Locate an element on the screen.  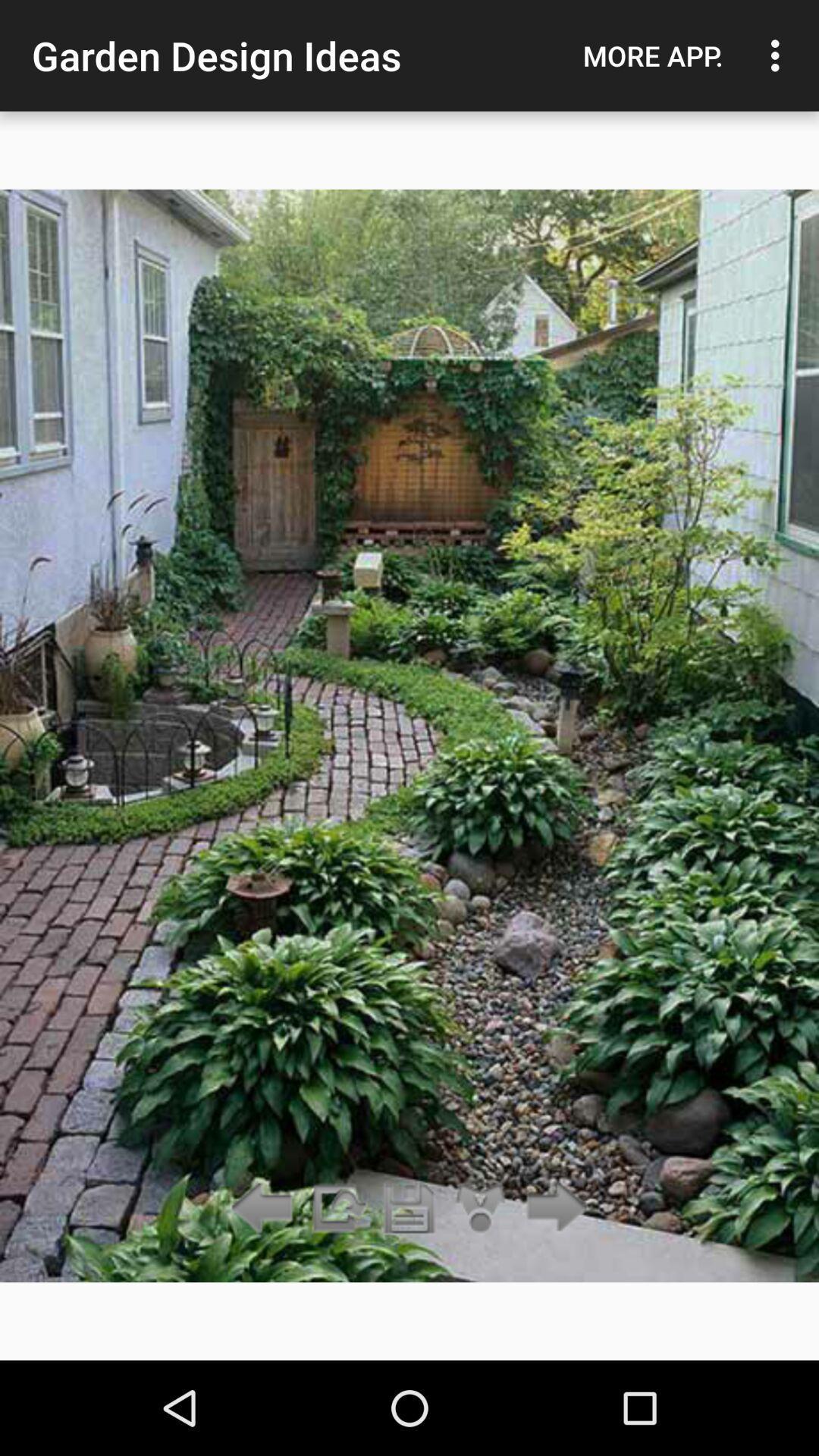
item to the right of garden design ideas is located at coordinates (652, 55).